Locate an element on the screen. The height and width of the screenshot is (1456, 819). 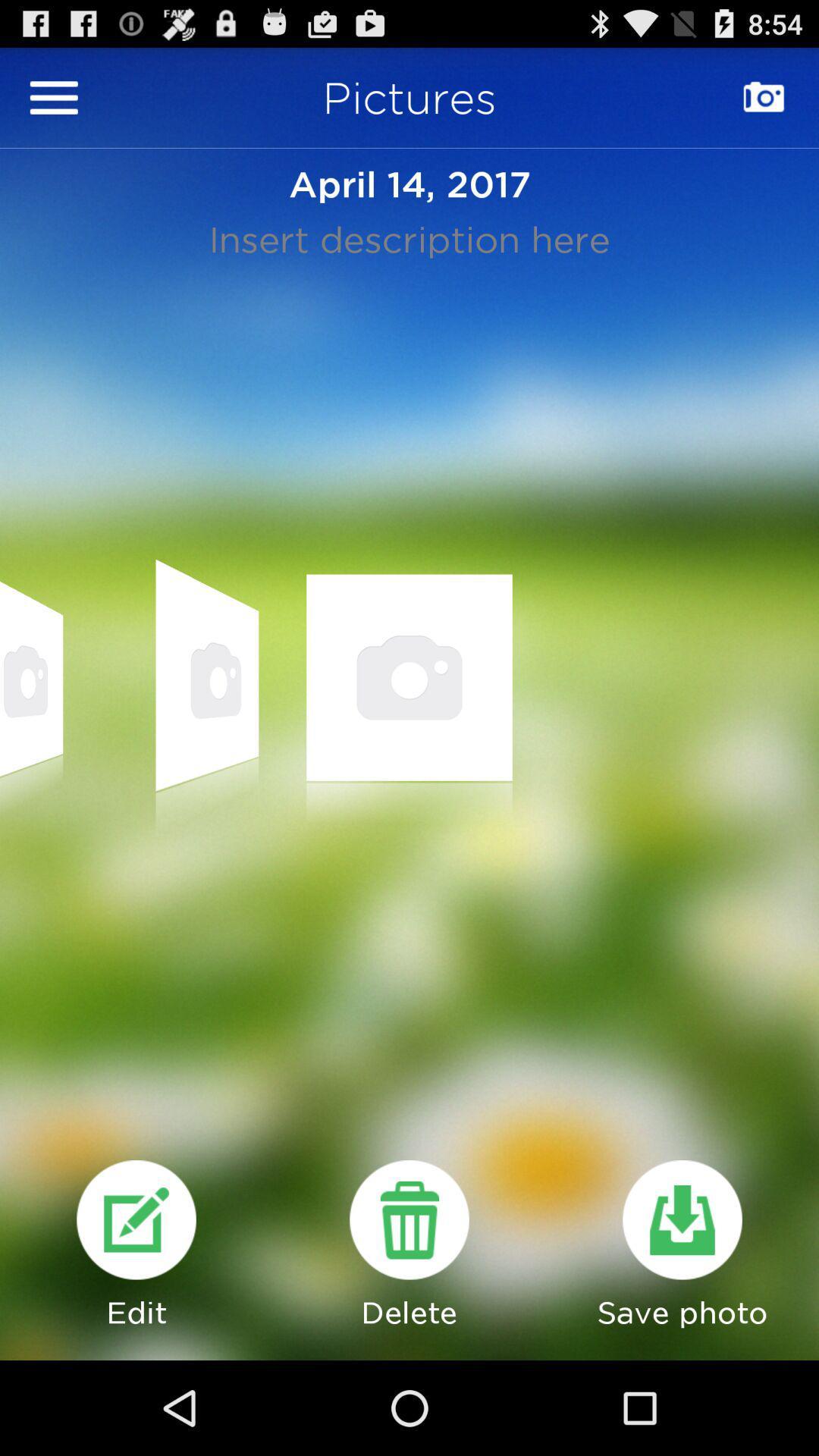
delete page is located at coordinates (409, 1219).